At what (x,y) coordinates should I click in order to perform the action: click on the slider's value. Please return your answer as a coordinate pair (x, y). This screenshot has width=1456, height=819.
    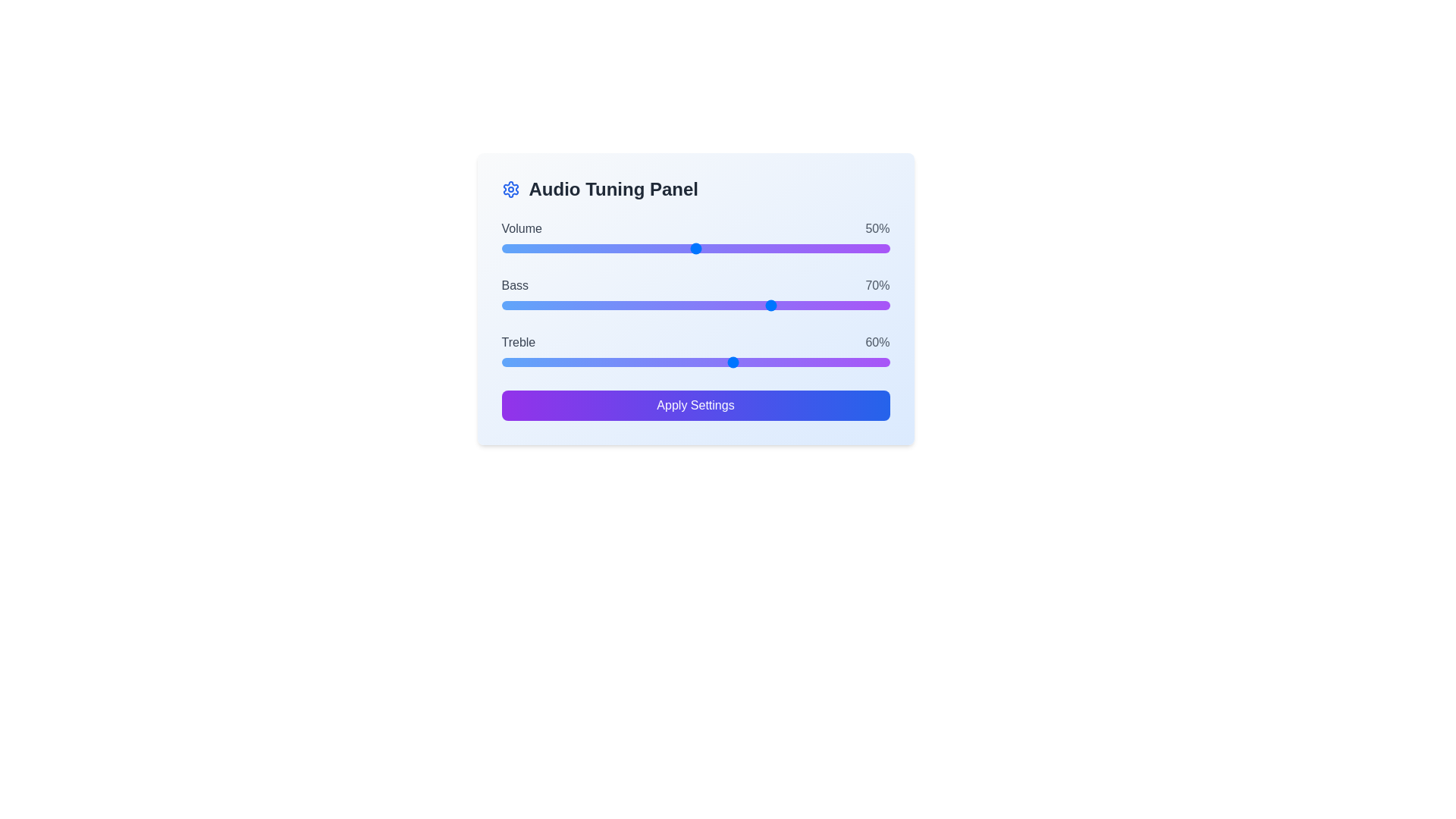
    Looking at the image, I should click on (649, 362).